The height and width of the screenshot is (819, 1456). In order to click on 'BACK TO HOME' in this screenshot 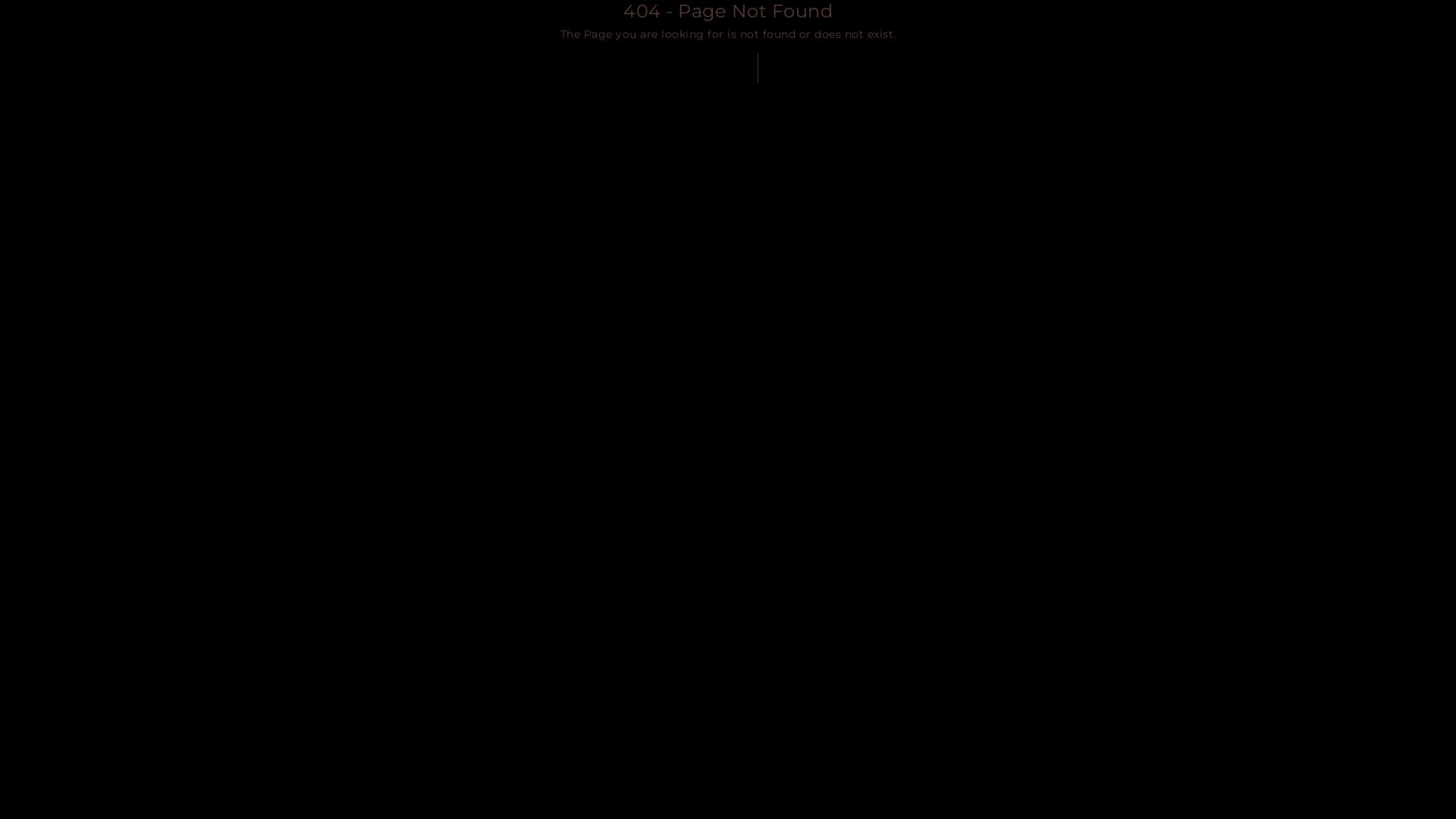, I will do `click(728, 67)`.